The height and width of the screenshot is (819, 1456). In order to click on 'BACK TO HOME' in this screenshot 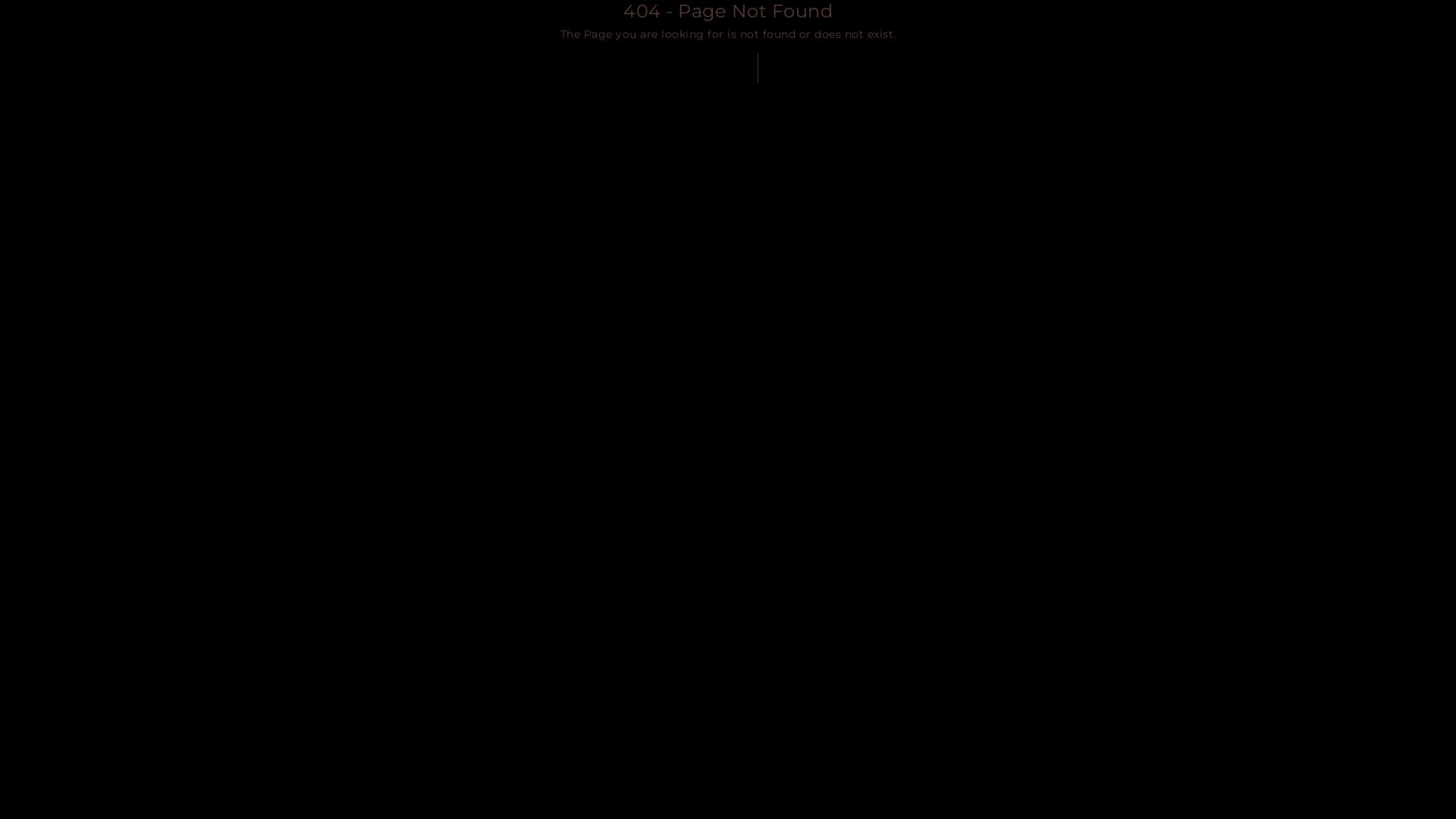, I will do `click(728, 67)`.